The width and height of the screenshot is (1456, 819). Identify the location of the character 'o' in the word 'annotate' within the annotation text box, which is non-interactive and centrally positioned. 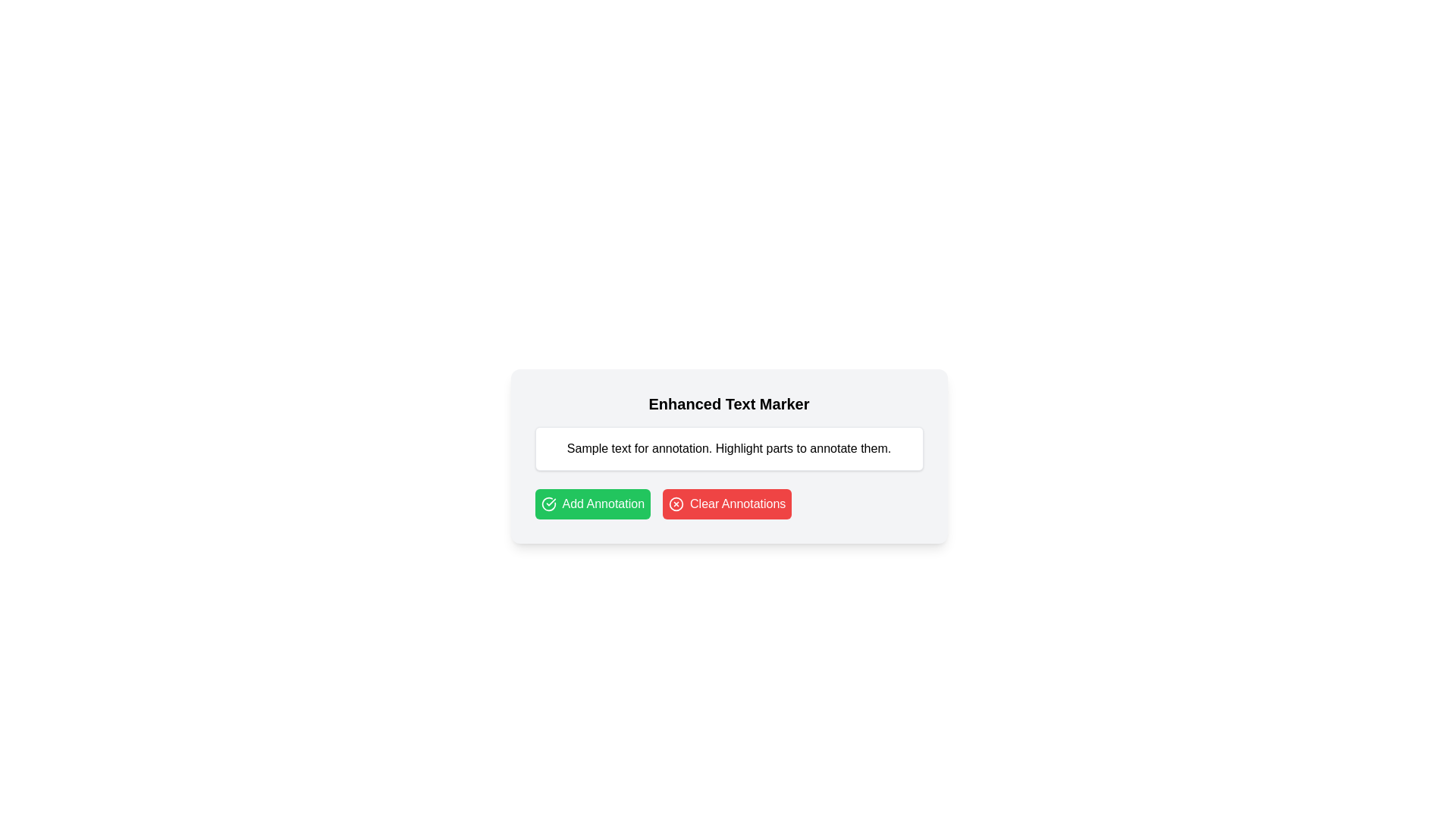
(833, 447).